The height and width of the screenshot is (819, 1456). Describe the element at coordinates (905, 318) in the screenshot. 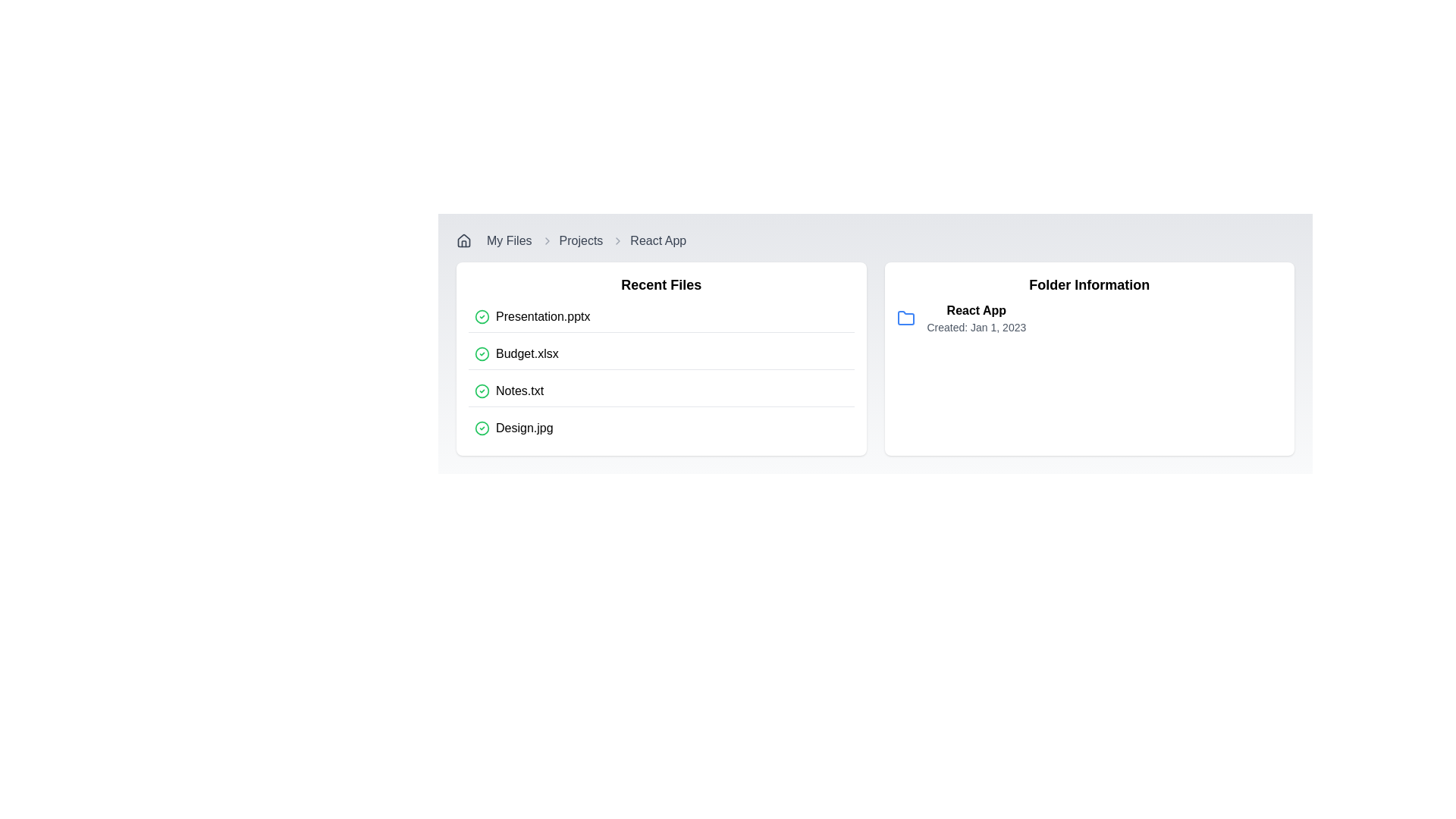

I see `the blue folder icon located at the far left of the 'Folder Information' section, which precedes the text 'React App Created: Jan 1, 2023.'` at that location.